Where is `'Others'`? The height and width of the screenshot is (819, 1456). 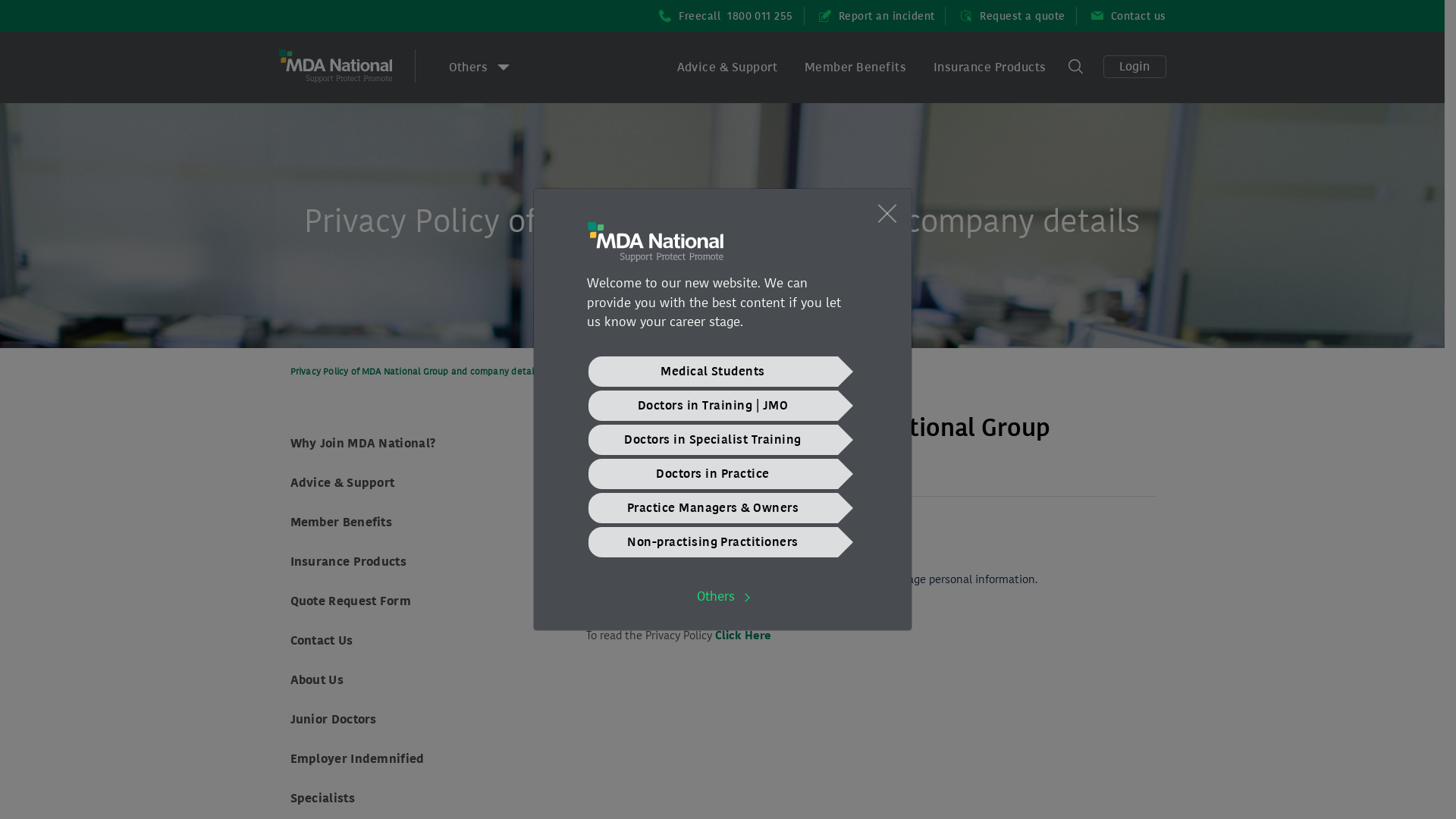
'Others' is located at coordinates (691, 595).